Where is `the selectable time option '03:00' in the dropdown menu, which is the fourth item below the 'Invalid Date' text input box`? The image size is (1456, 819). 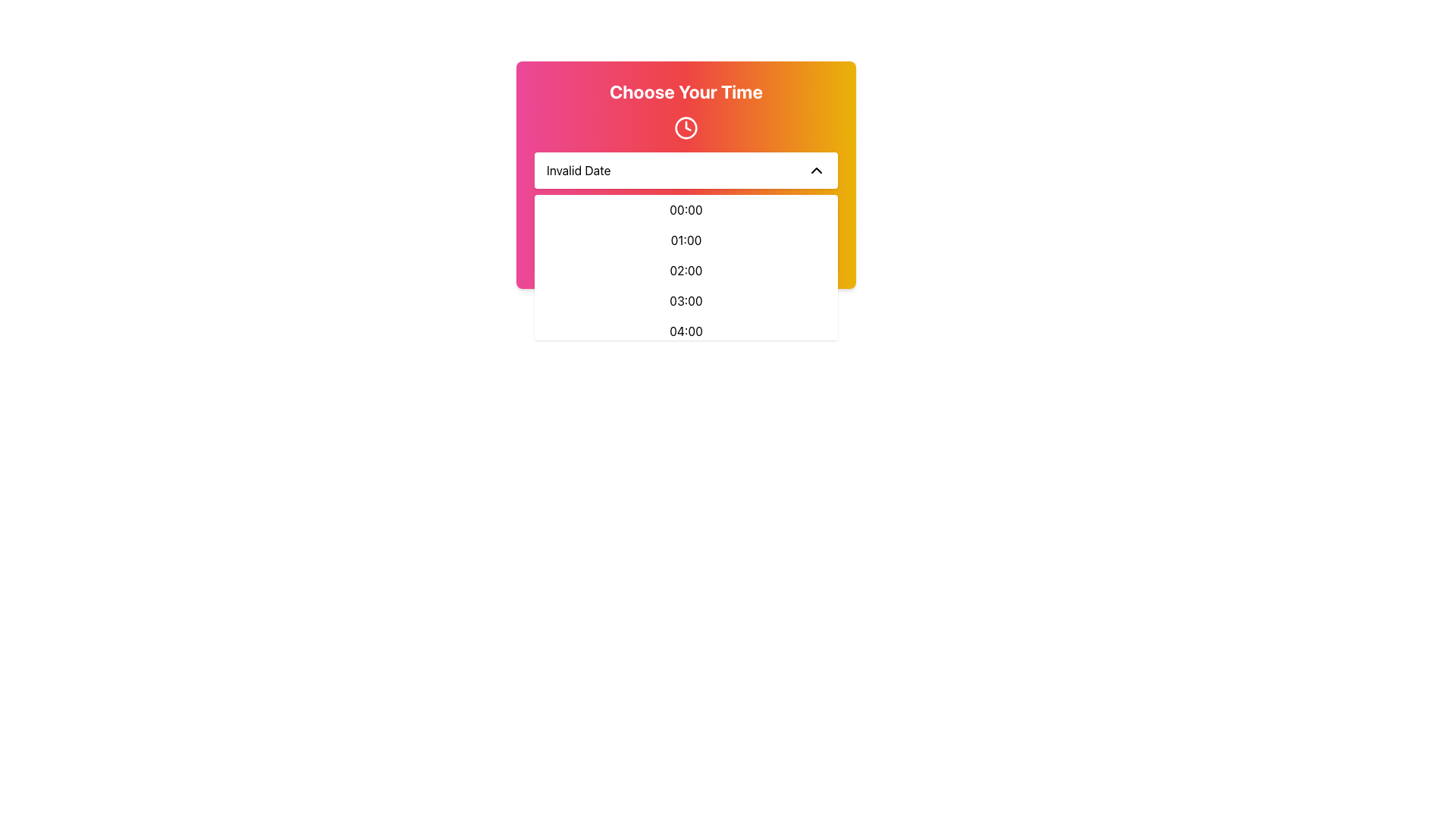 the selectable time option '03:00' in the dropdown menu, which is the fourth item below the 'Invalid Date' text input box is located at coordinates (686, 301).